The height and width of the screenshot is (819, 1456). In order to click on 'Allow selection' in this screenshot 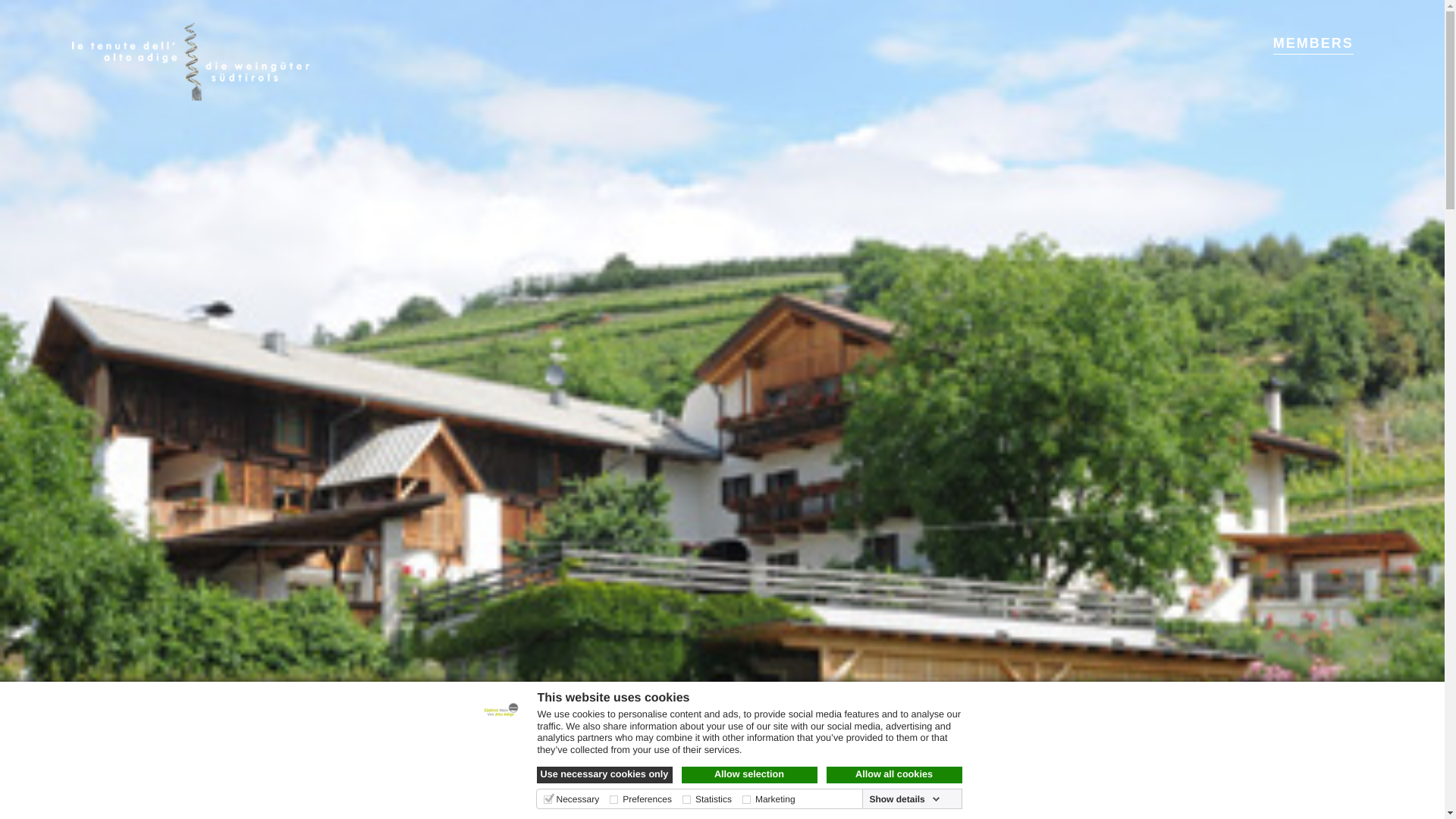, I will do `click(679, 775)`.